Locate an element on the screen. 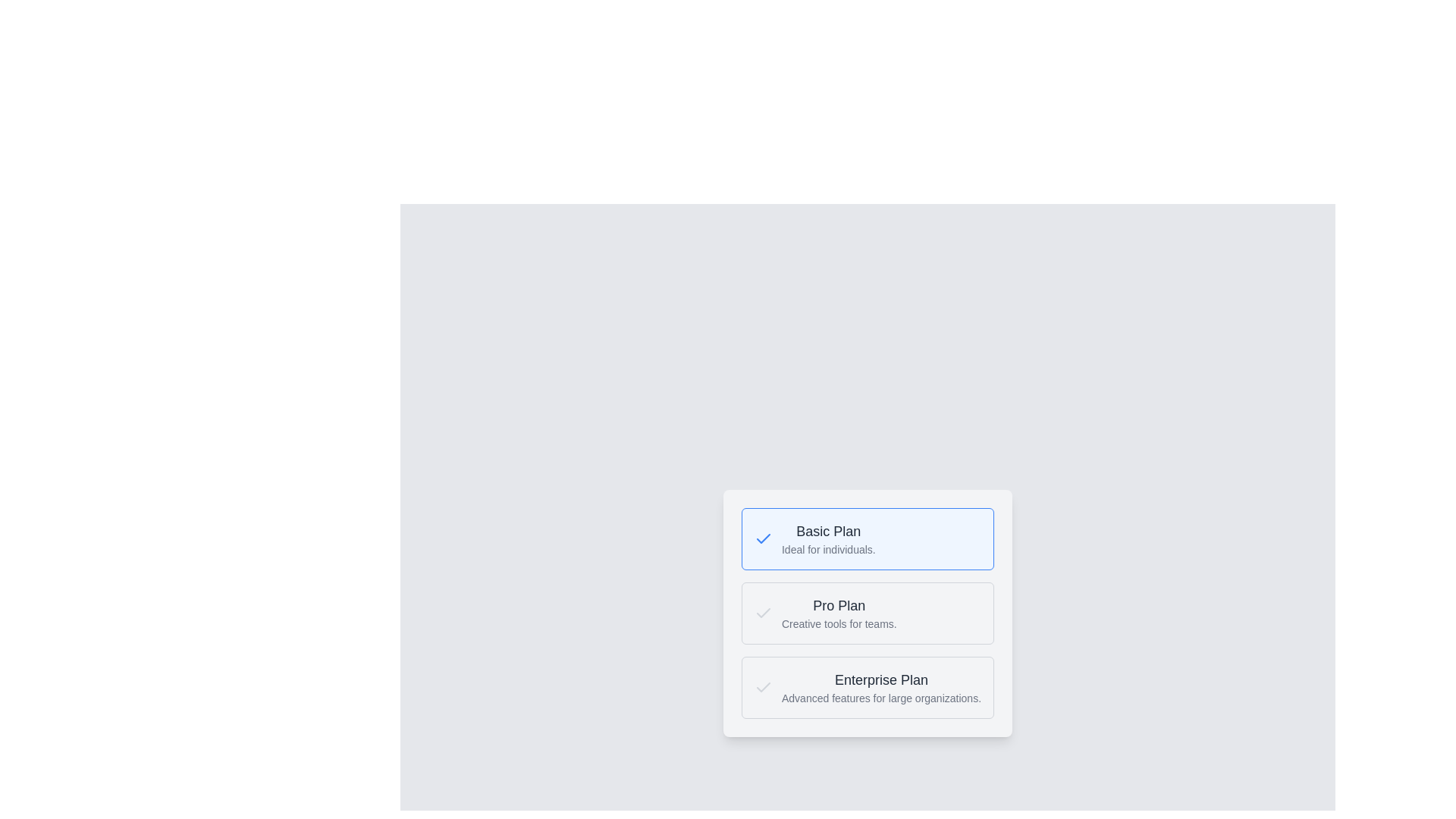  on the 'Enterprise Plan' selectable card item, which is the third card in a vertical stack, featuring a checkmark icon, a bold title in black, and a subtitle in gray is located at coordinates (868, 687).